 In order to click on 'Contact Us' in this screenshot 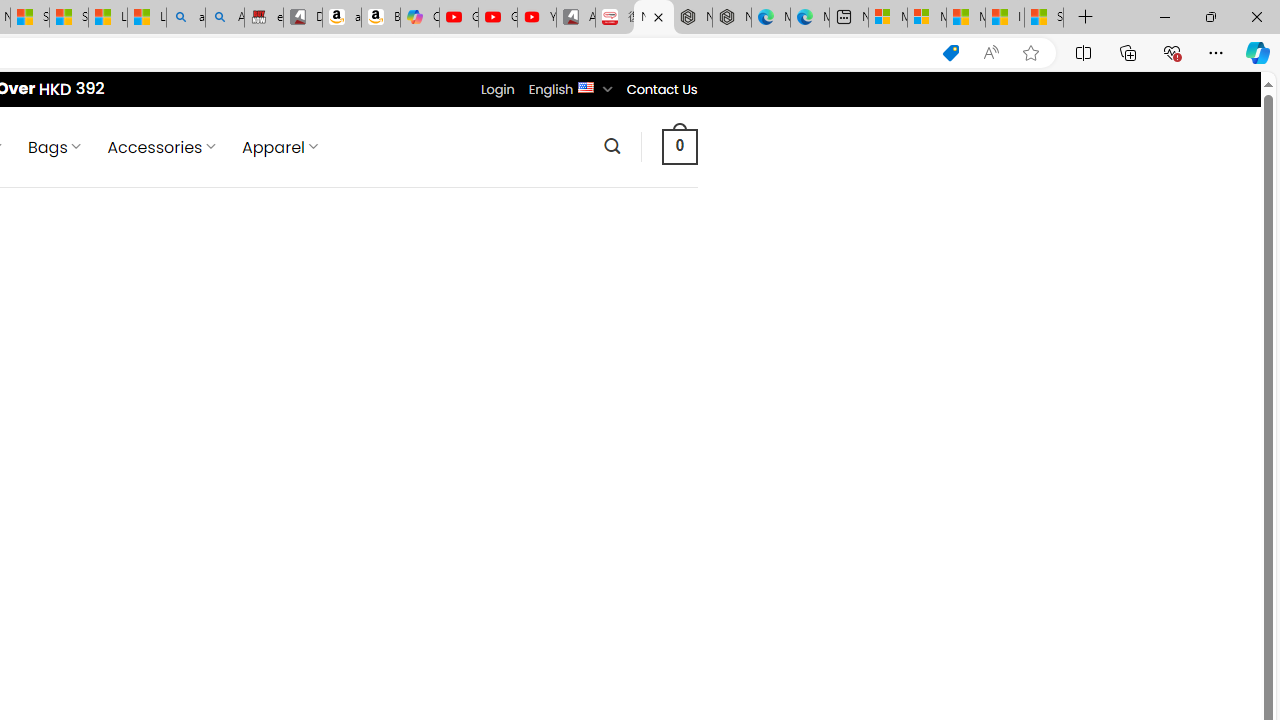, I will do `click(661, 88)`.